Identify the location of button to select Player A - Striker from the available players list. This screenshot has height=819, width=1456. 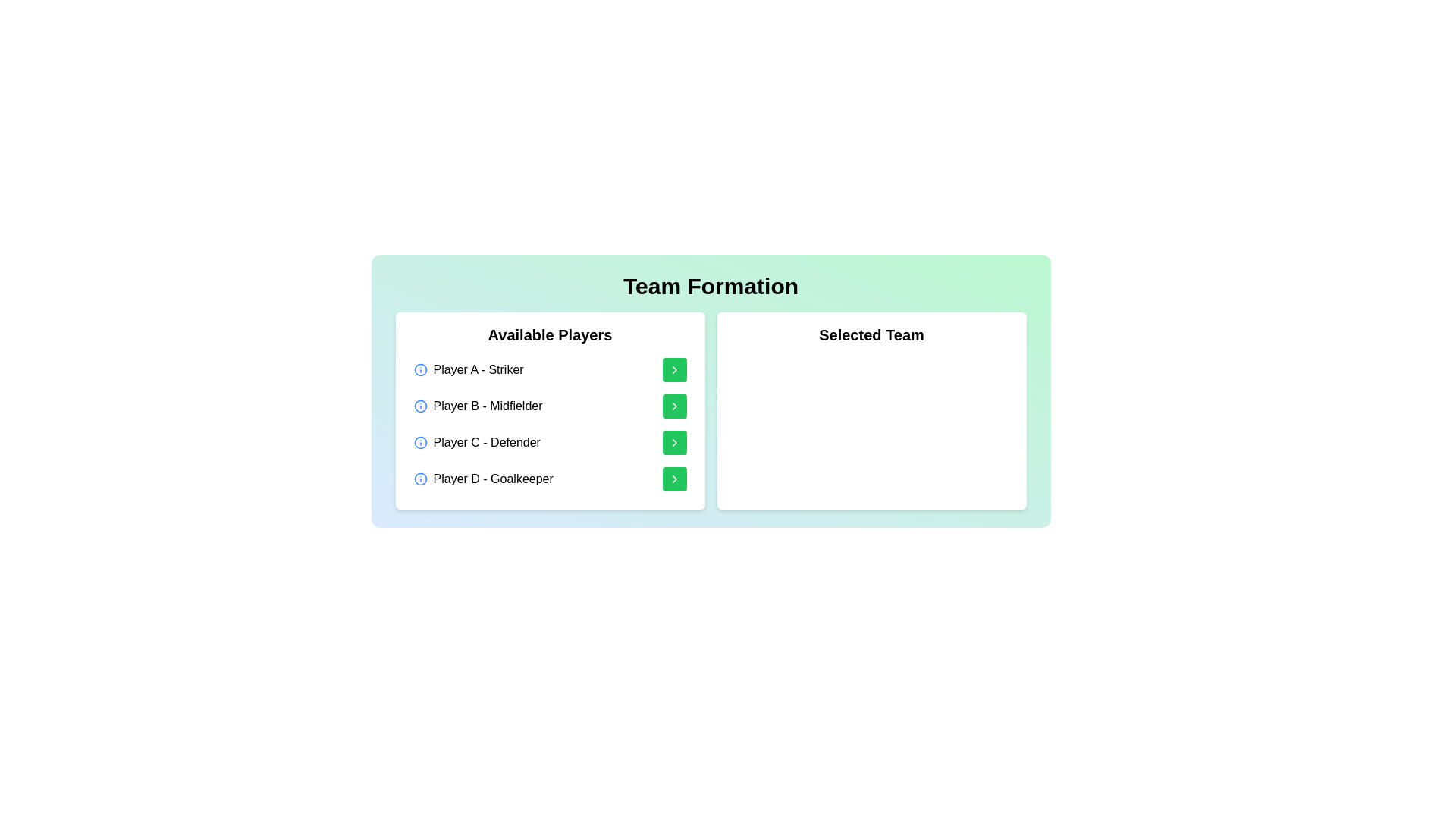
(673, 370).